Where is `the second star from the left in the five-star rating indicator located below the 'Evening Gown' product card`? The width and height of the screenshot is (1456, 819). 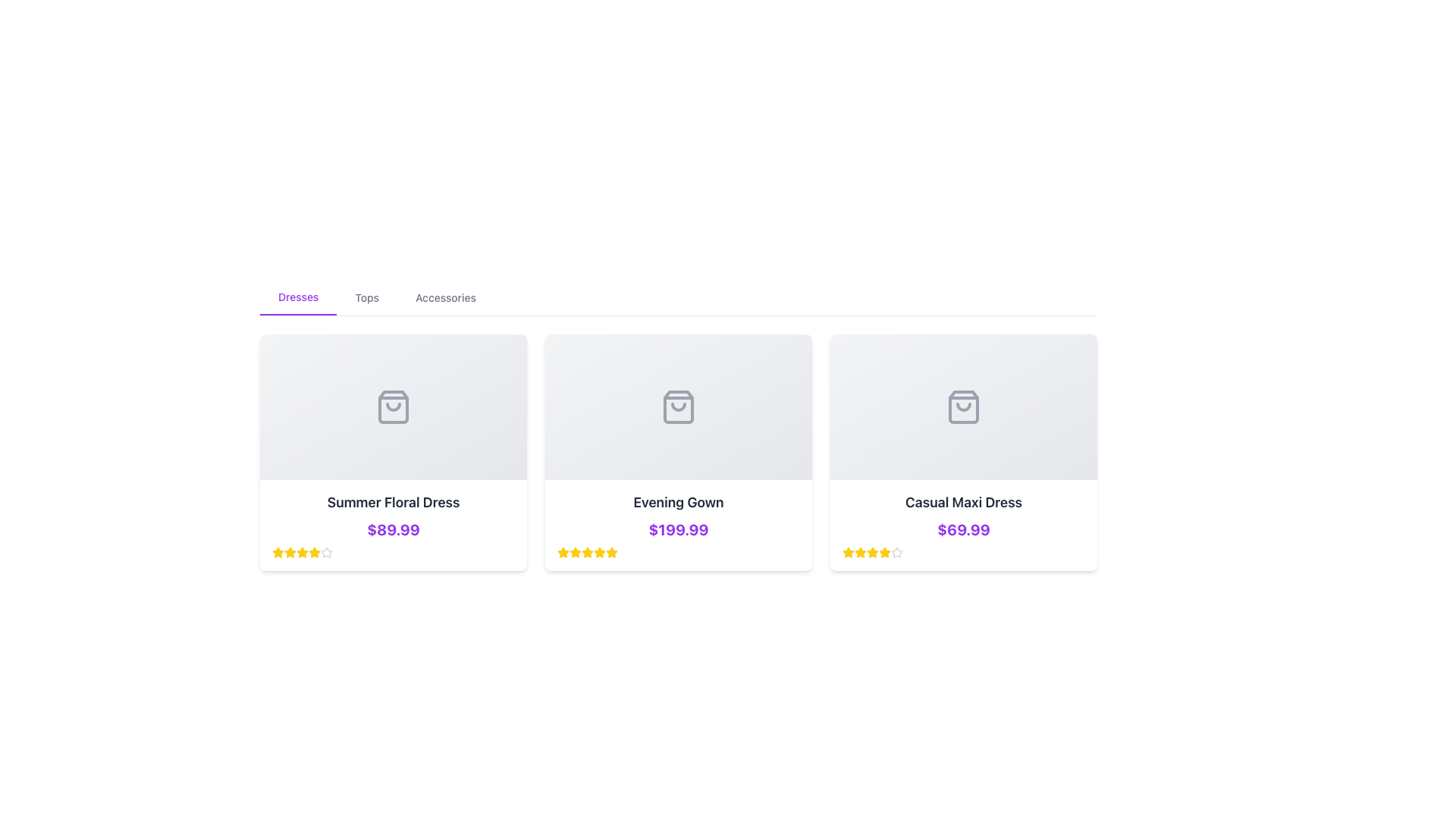 the second star from the left in the five-star rating indicator located below the 'Evening Gown' product card is located at coordinates (586, 552).